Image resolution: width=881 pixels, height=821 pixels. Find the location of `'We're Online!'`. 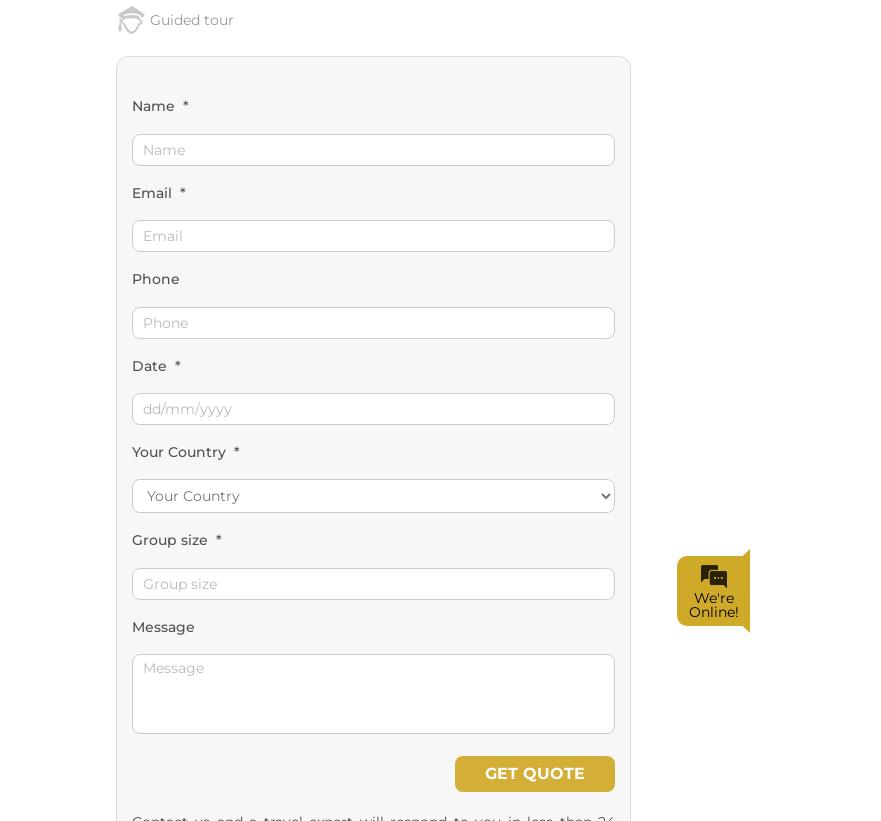

'We're Online!' is located at coordinates (686, 192).